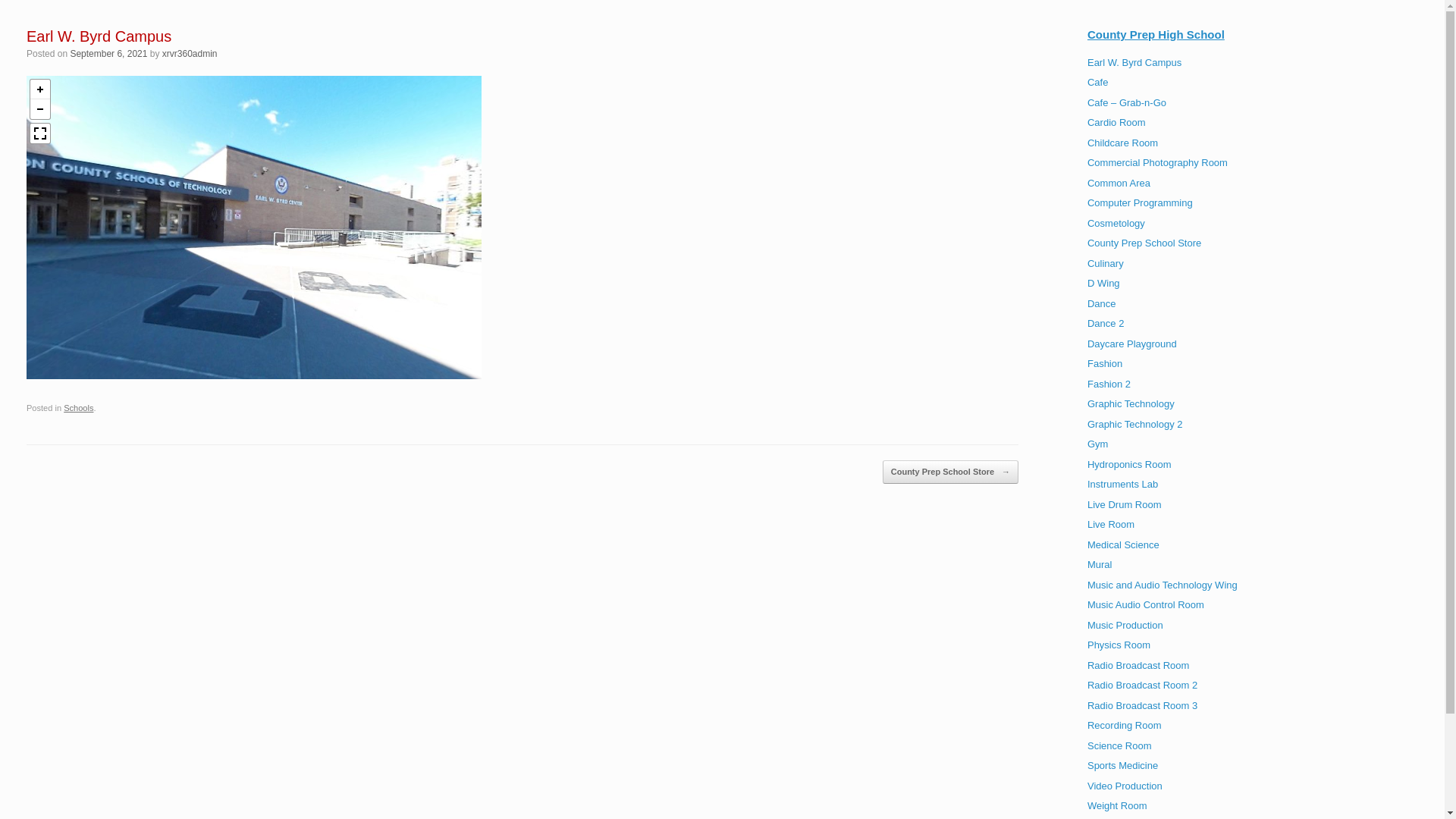 This screenshot has width=1456, height=819. Describe the element at coordinates (1116, 222) in the screenshot. I see `'Cosmetology'` at that location.